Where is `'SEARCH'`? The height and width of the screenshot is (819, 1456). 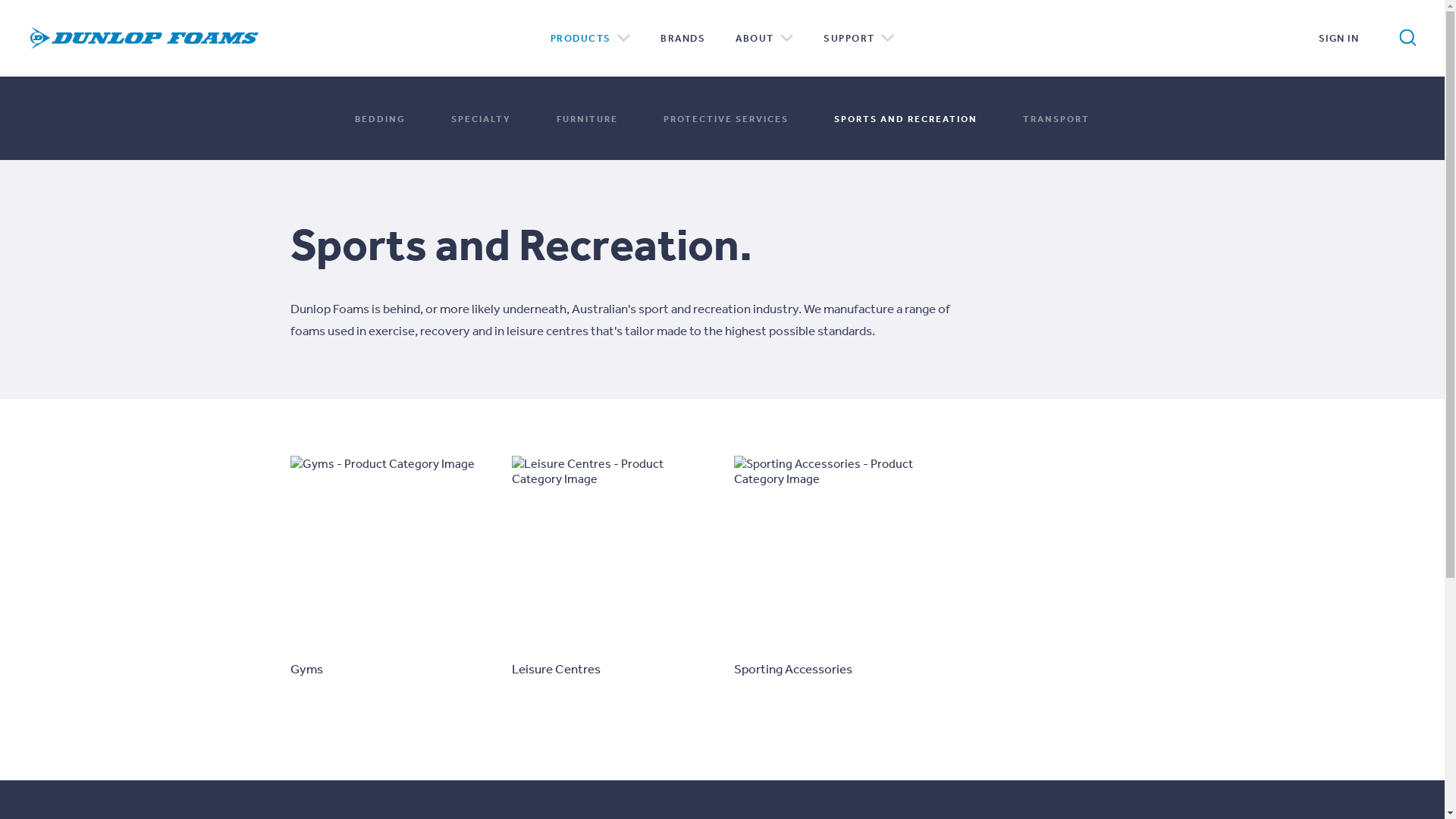
'SEARCH' is located at coordinates (1354, 34).